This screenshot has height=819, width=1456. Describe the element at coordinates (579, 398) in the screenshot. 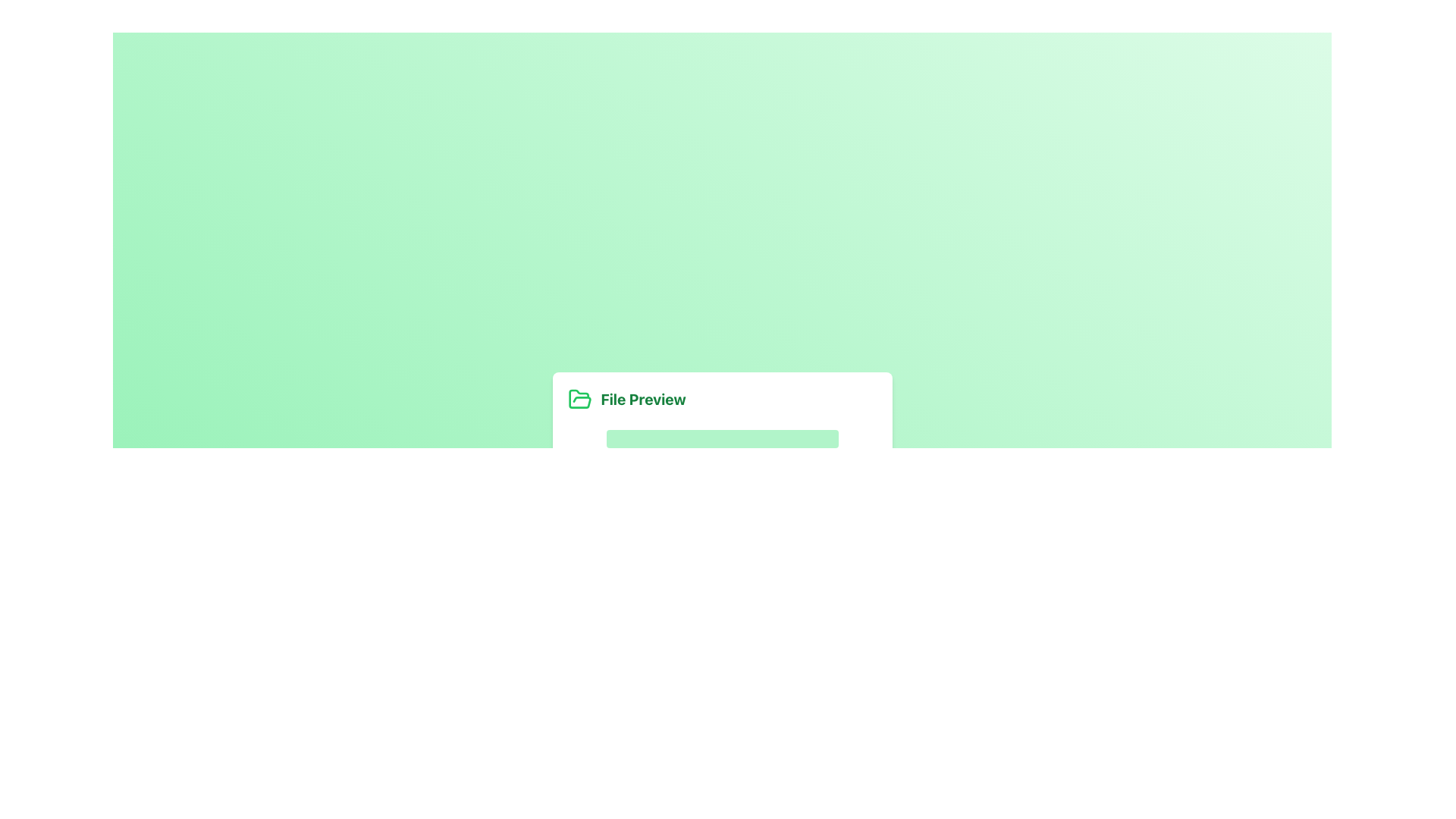

I see `the green folder icon with an open flap, located to the left of the 'File Preview' text label` at that location.